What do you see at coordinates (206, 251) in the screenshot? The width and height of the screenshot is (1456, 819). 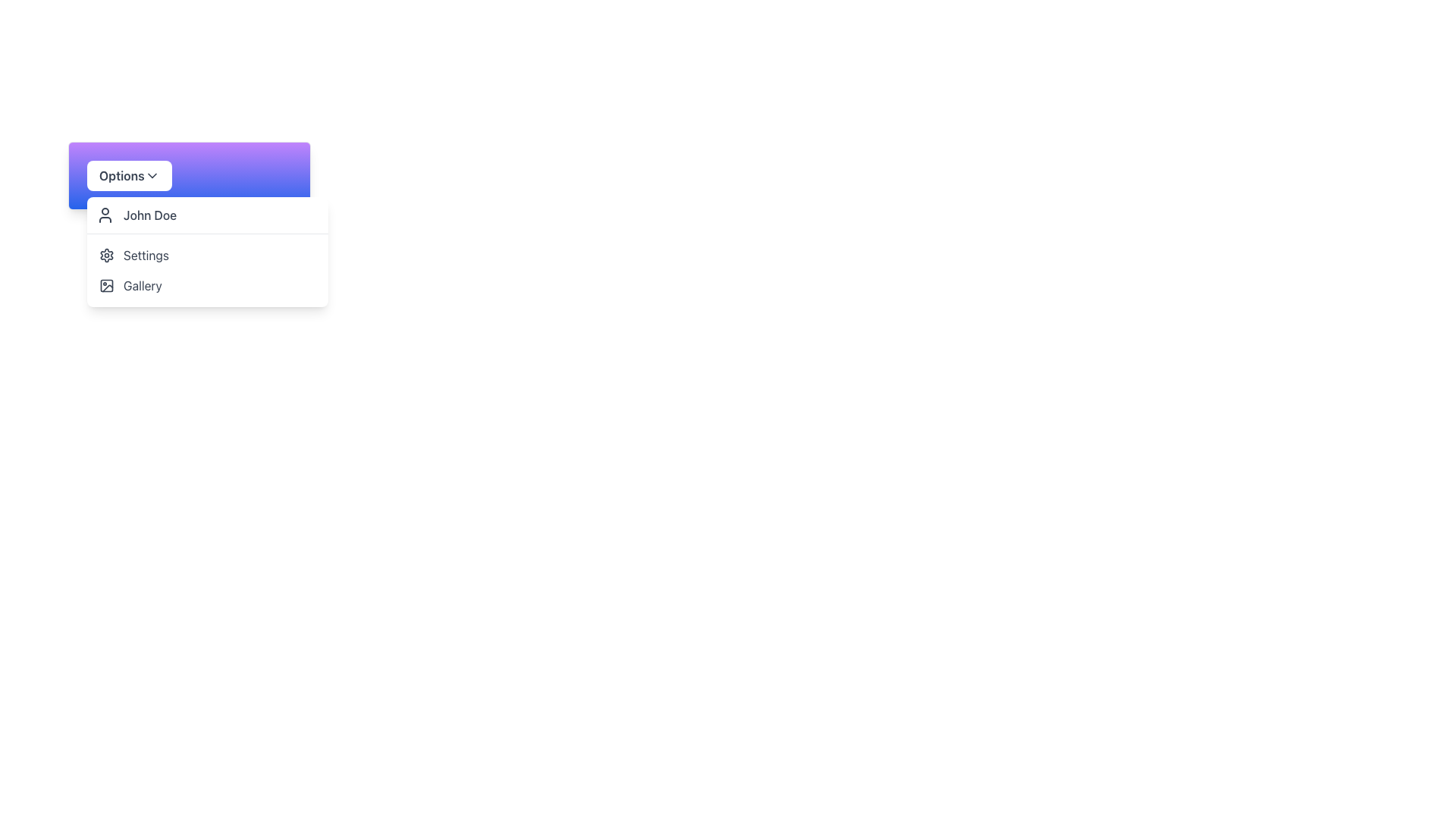 I see `the 'Settings' menu item in the dropdown list` at bounding box center [206, 251].